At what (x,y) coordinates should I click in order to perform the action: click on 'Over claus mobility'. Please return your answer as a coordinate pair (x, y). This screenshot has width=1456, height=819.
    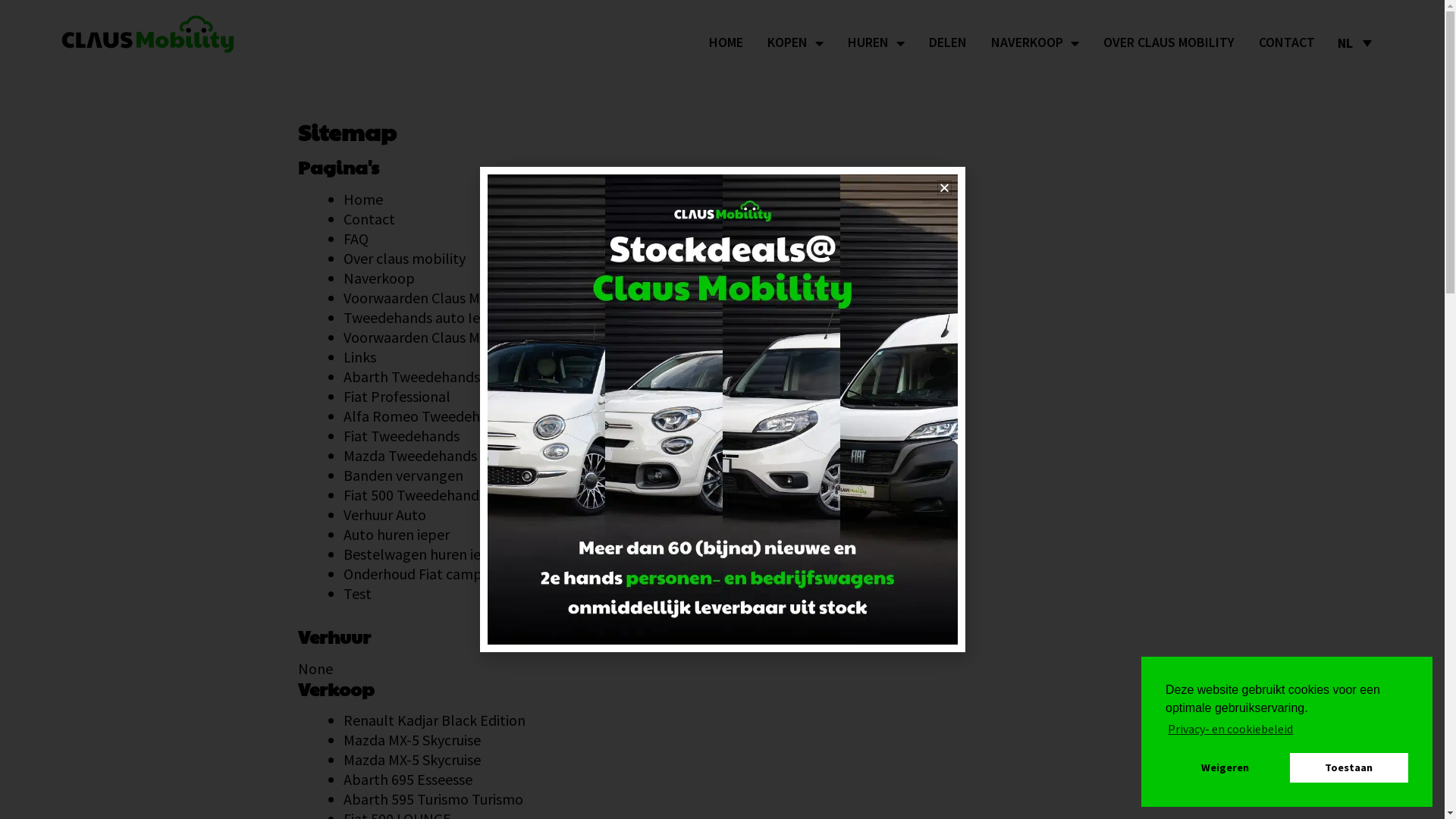
    Looking at the image, I should click on (341, 257).